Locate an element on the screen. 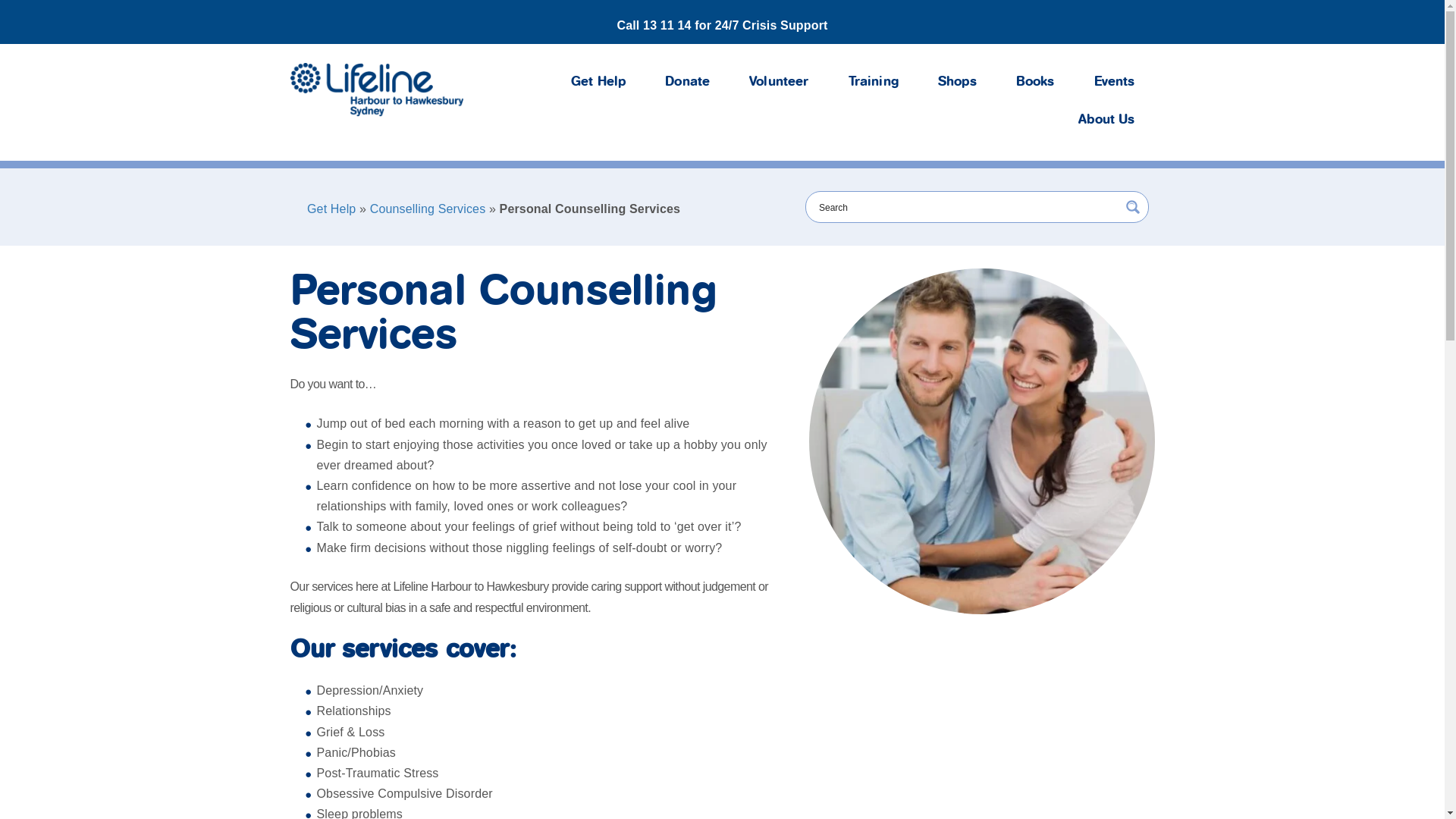 This screenshot has height=819, width=1456. 'Volunteer' is located at coordinates (729, 82).